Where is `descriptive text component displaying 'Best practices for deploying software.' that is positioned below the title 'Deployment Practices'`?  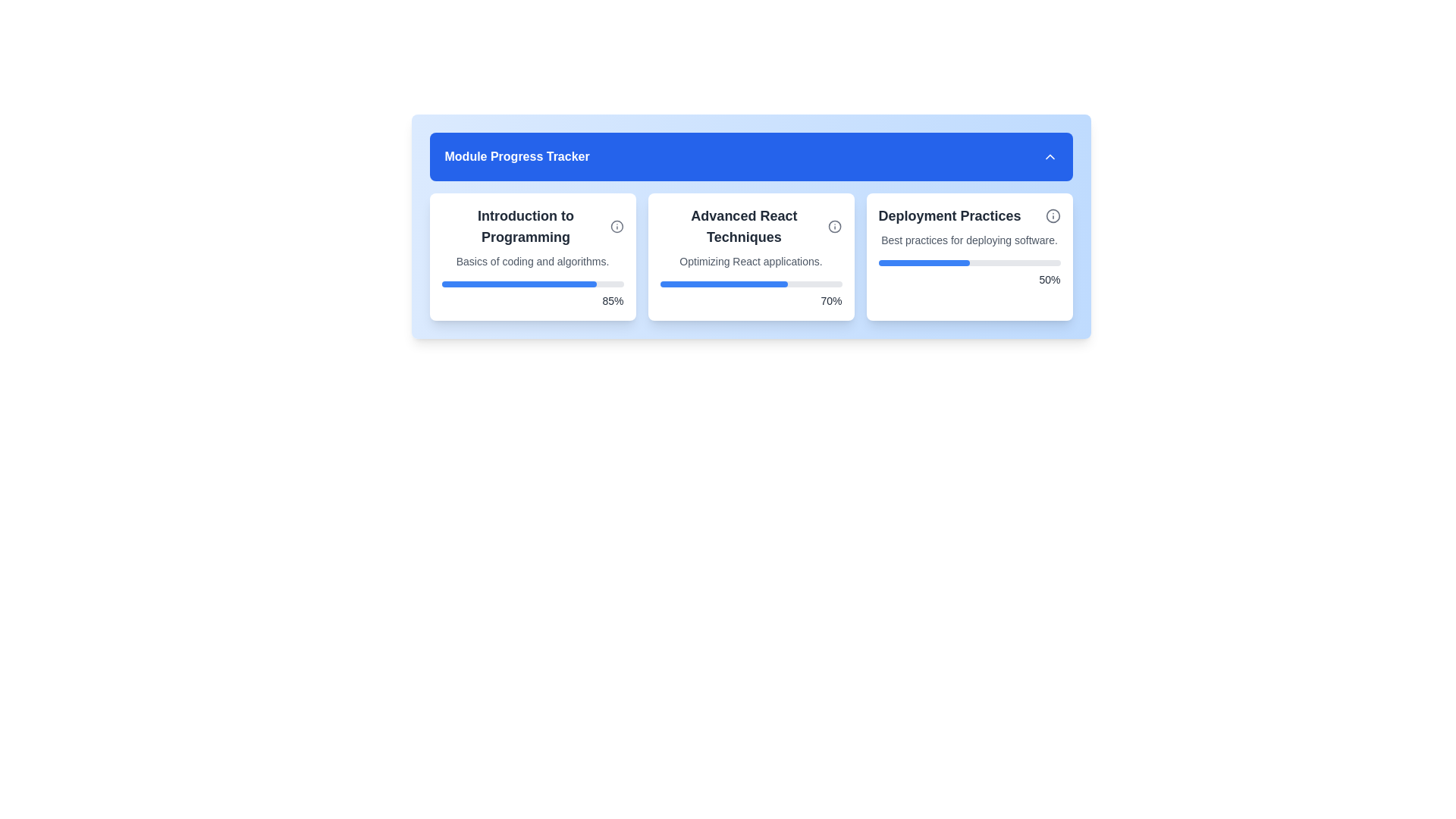 descriptive text component displaying 'Best practices for deploying software.' that is positioned below the title 'Deployment Practices' is located at coordinates (968, 239).